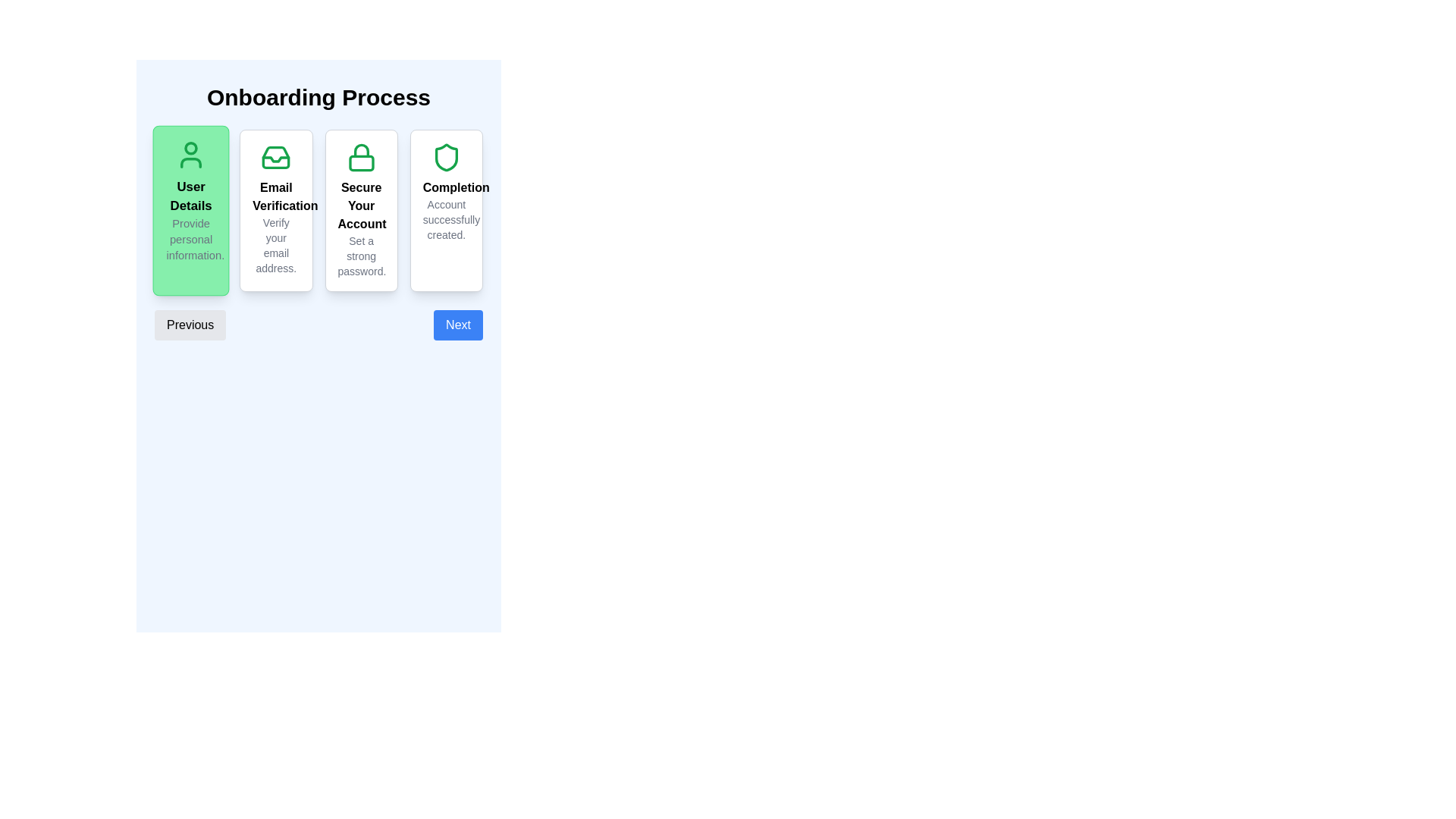 Image resolution: width=1456 pixels, height=819 pixels. What do you see at coordinates (190, 196) in the screenshot?
I see `the first green-bordered card that contains the title for the first step in the onboarding process, which is positioned centrally below a user profile icon` at bounding box center [190, 196].